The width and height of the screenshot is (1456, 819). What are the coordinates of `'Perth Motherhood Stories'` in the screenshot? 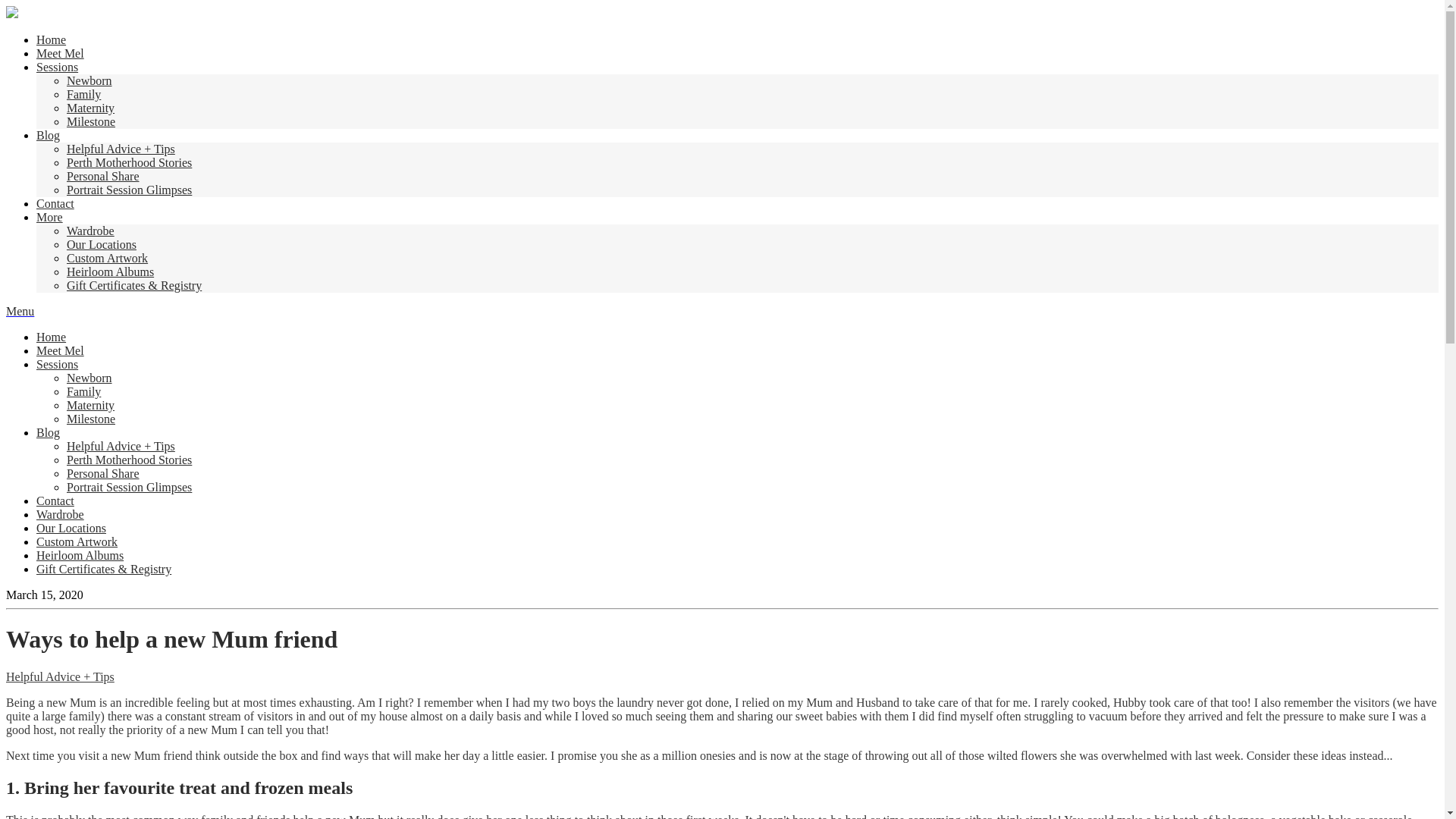 It's located at (129, 162).